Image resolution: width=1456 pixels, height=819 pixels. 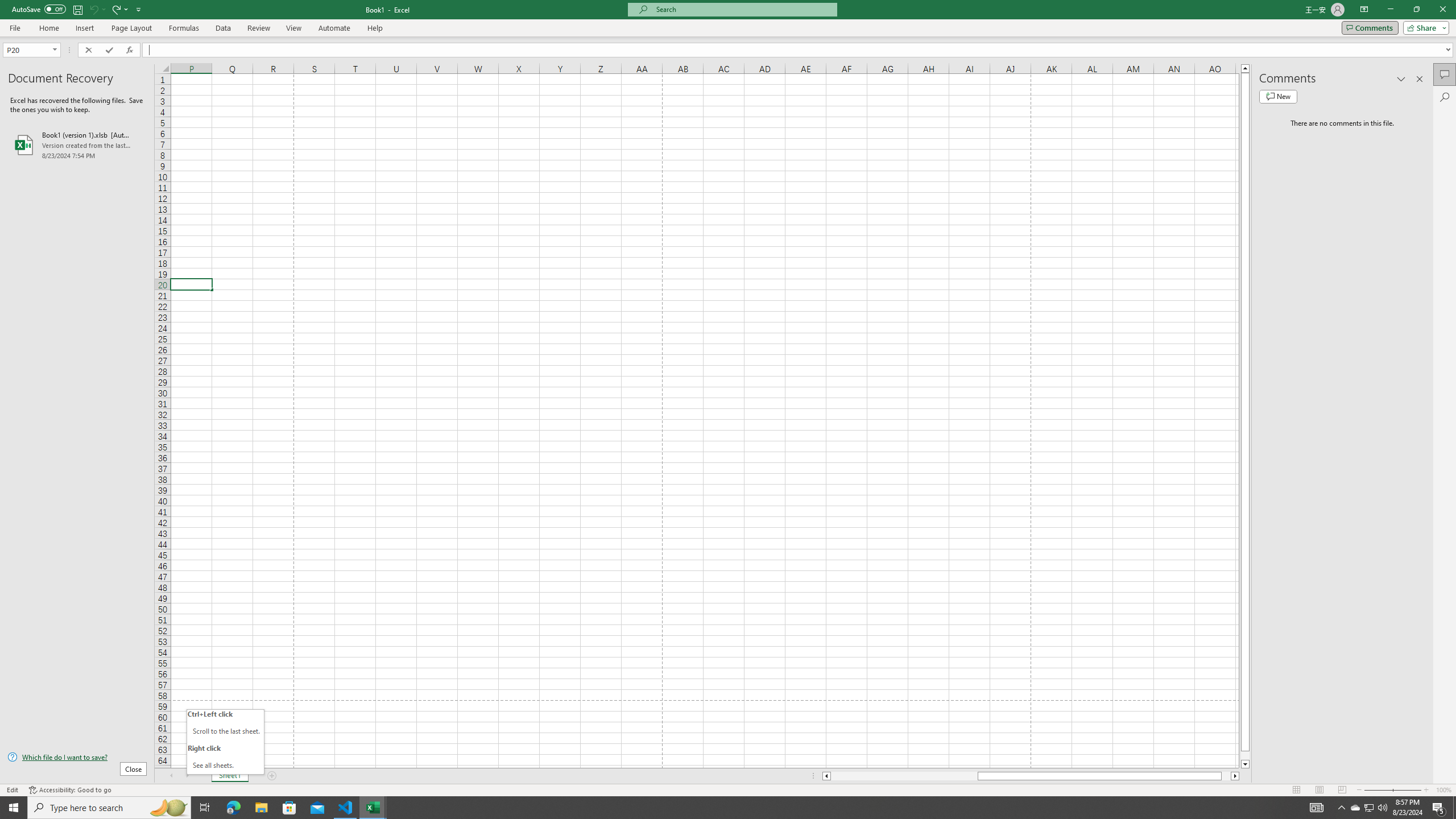 What do you see at coordinates (1370, 27) in the screenshot?
I see `'Comments'` at bounding box center [1370, 27].